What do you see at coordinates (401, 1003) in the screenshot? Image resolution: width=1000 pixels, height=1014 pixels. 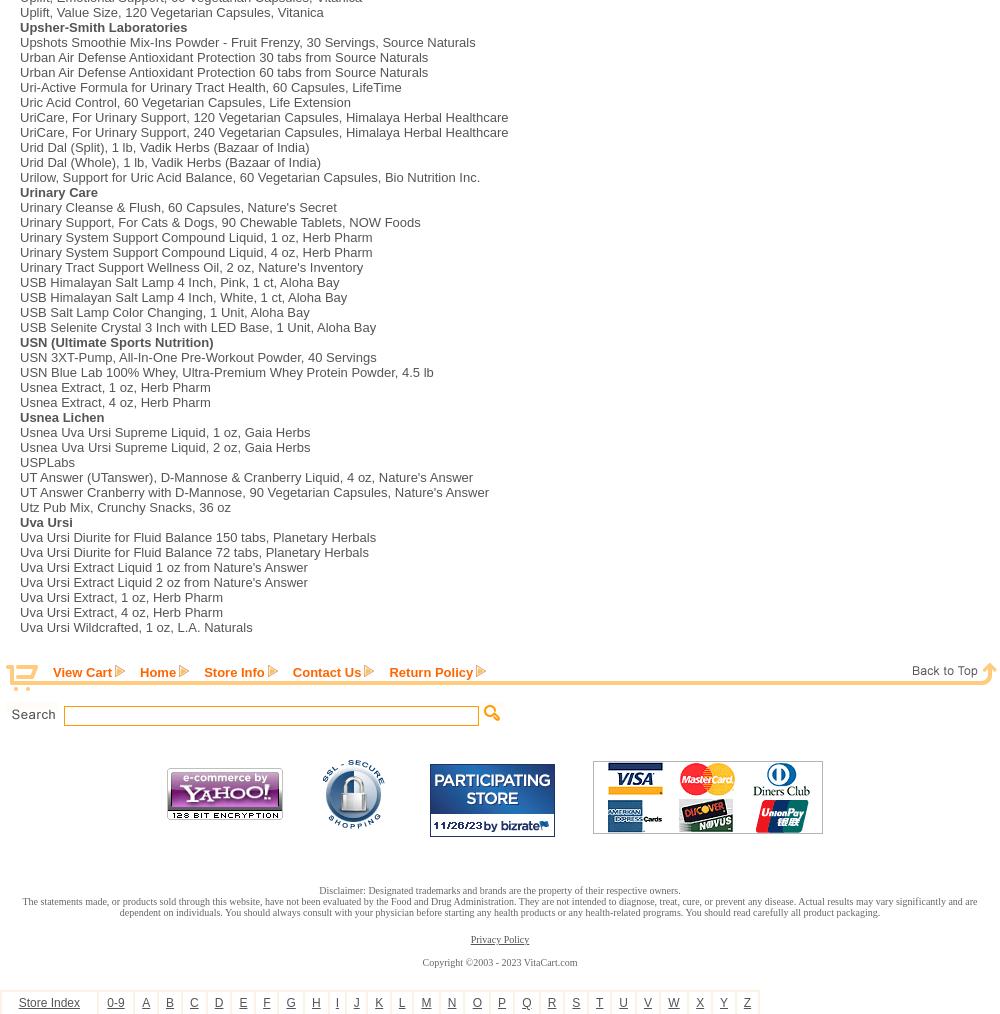 I see `'L'` at bounding box center [401, 1003].